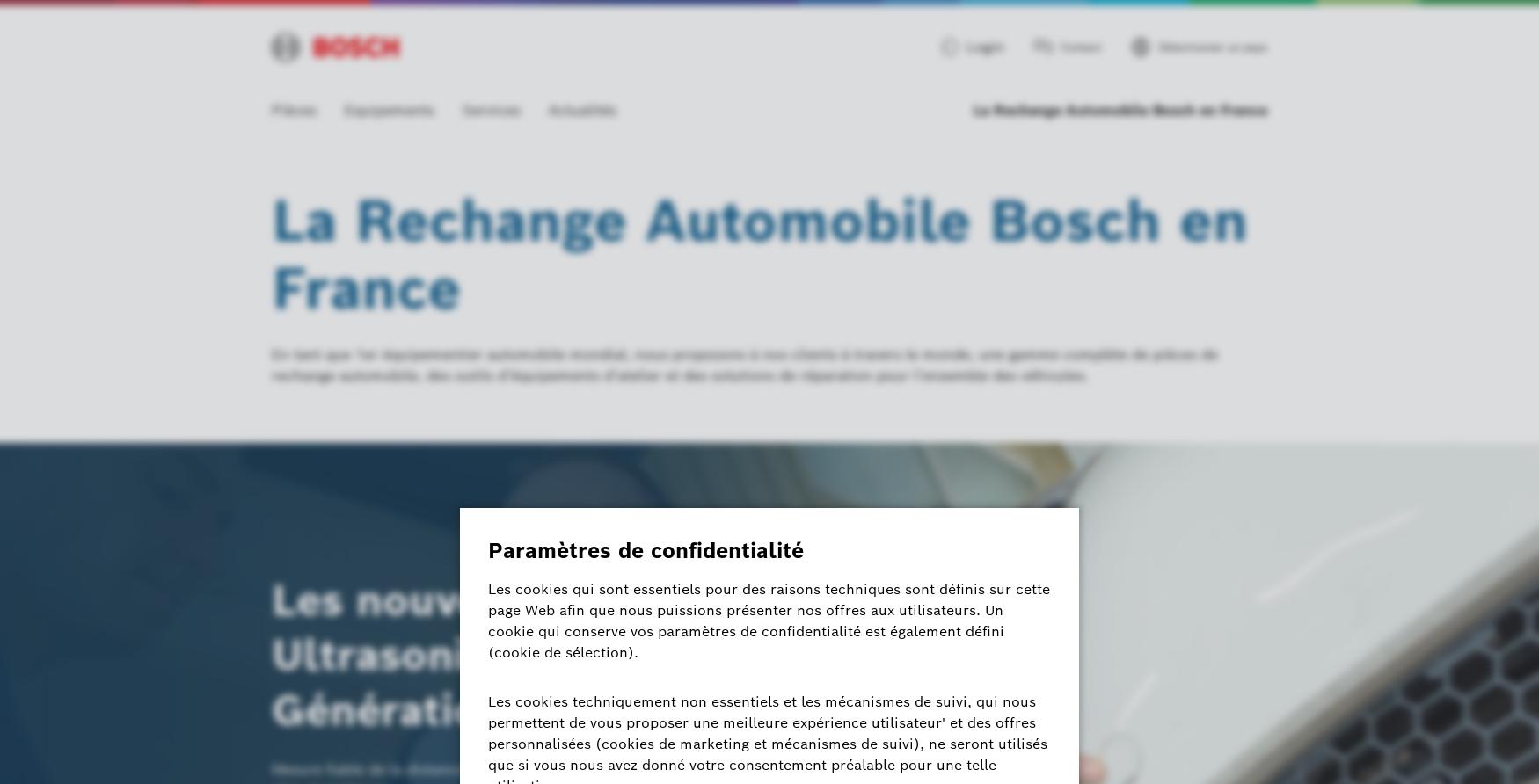 The width and height of the screenshot is (1539, 784). I want to click on 'Login', so click(966, 47).